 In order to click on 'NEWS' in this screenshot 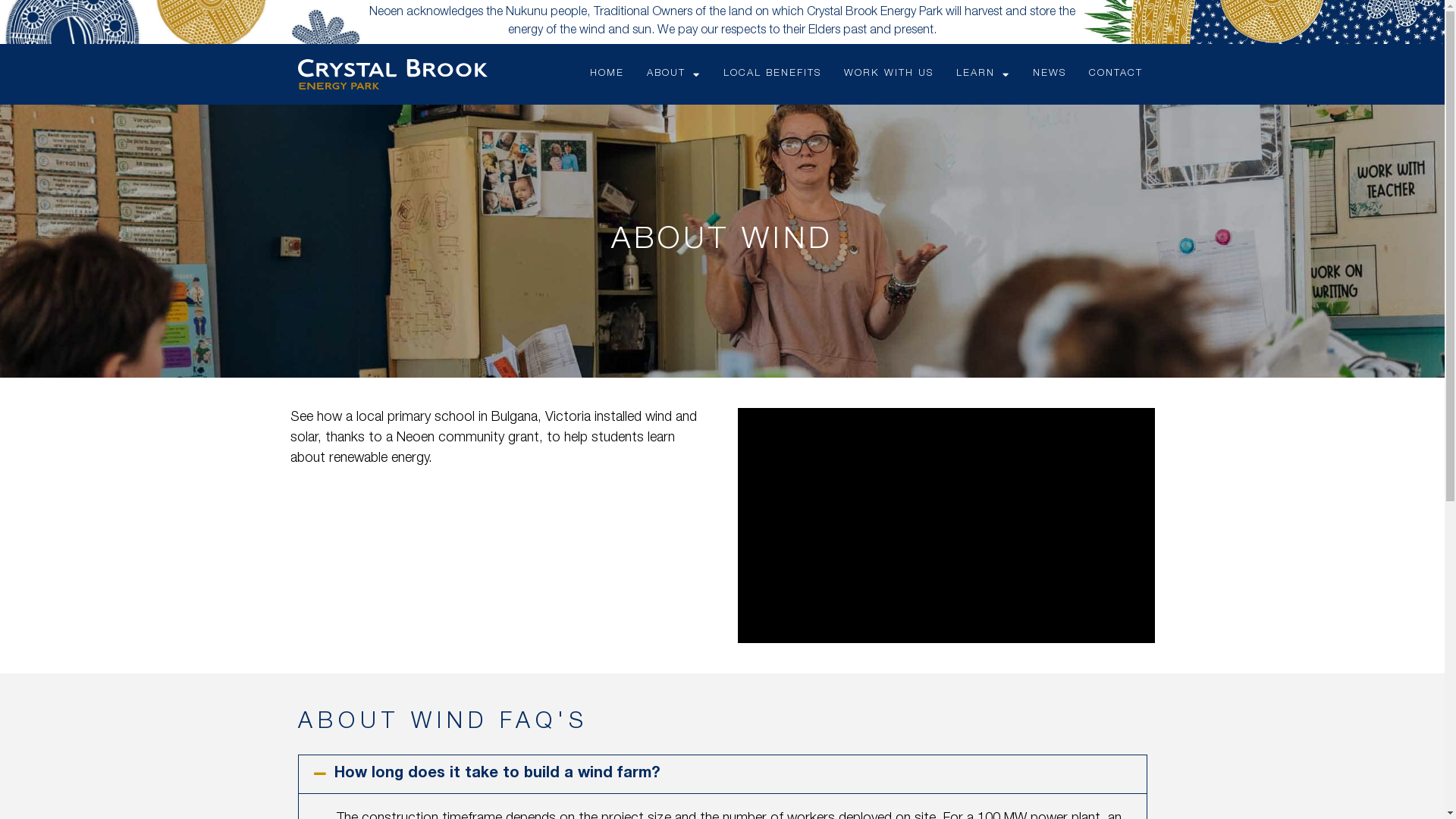, I will do `click(1048, 74)`.